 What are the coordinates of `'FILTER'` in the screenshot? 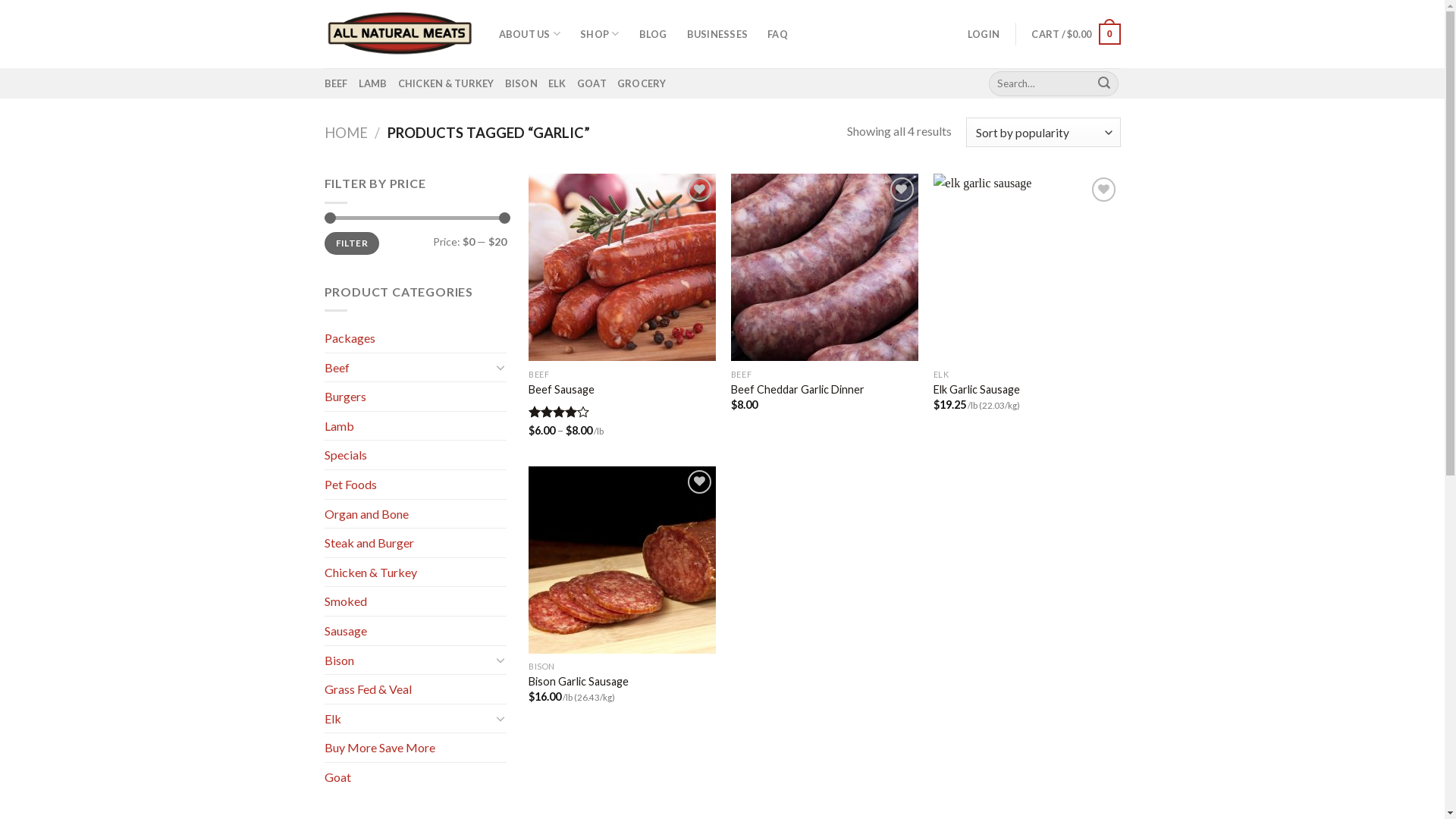 It's located at (351, 243).